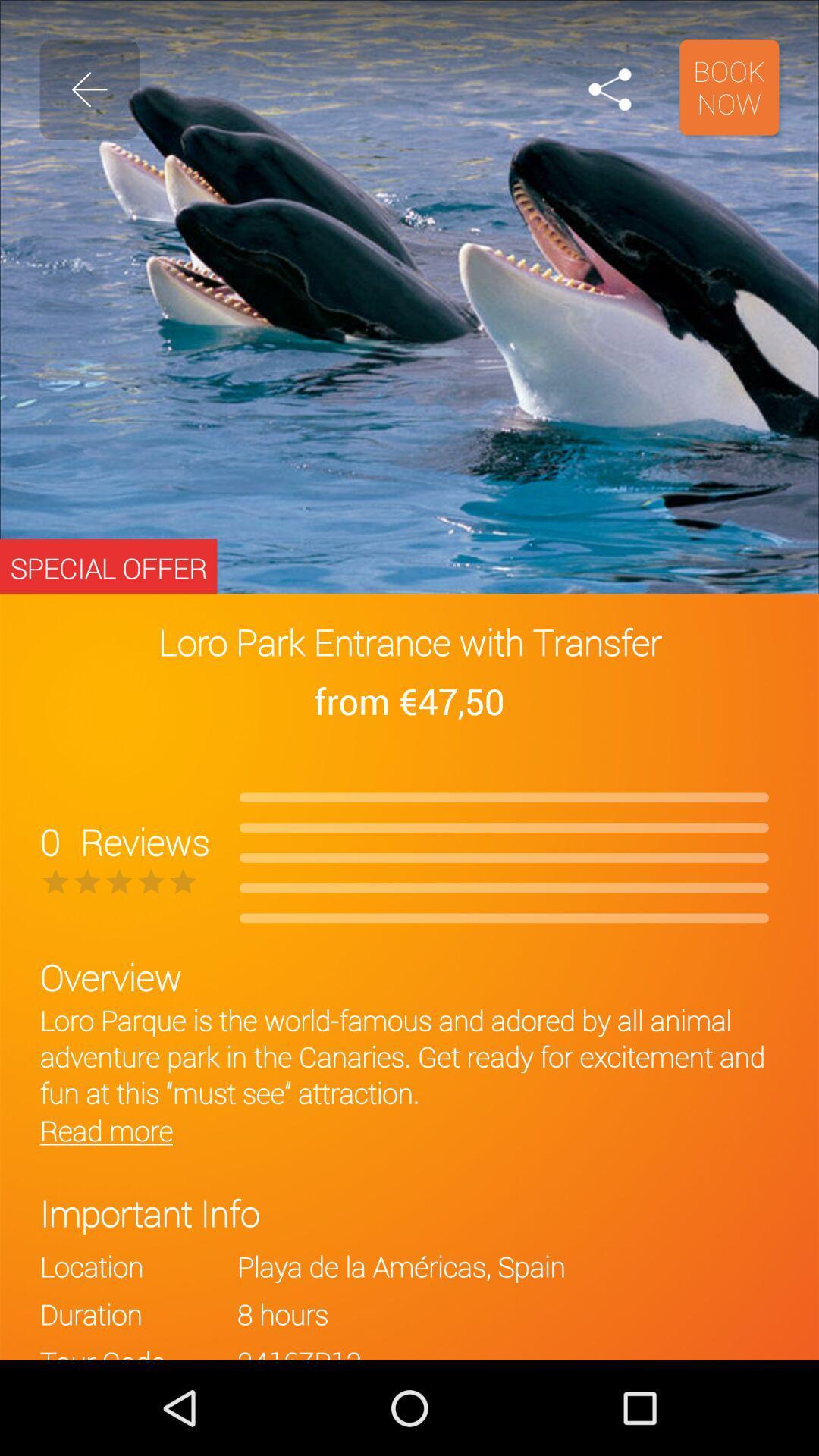 This screenshot has height=1456, width=819. Describe the element at coordinates (609, 89) in the screenshot. I see `the share icon` at that location.